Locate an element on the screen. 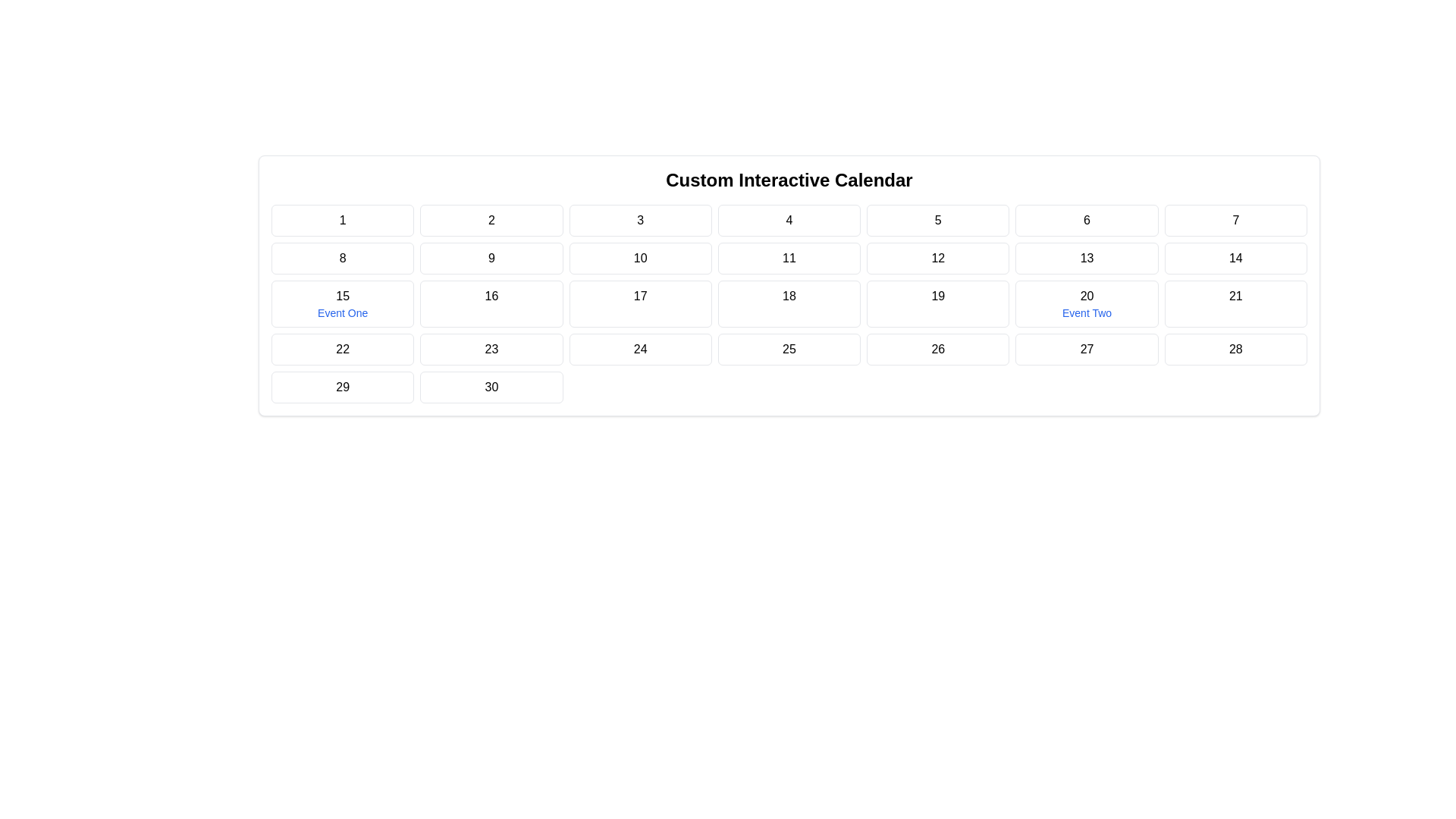  the Calendar date button representing the date '26' is located at coordinates (937, 350).